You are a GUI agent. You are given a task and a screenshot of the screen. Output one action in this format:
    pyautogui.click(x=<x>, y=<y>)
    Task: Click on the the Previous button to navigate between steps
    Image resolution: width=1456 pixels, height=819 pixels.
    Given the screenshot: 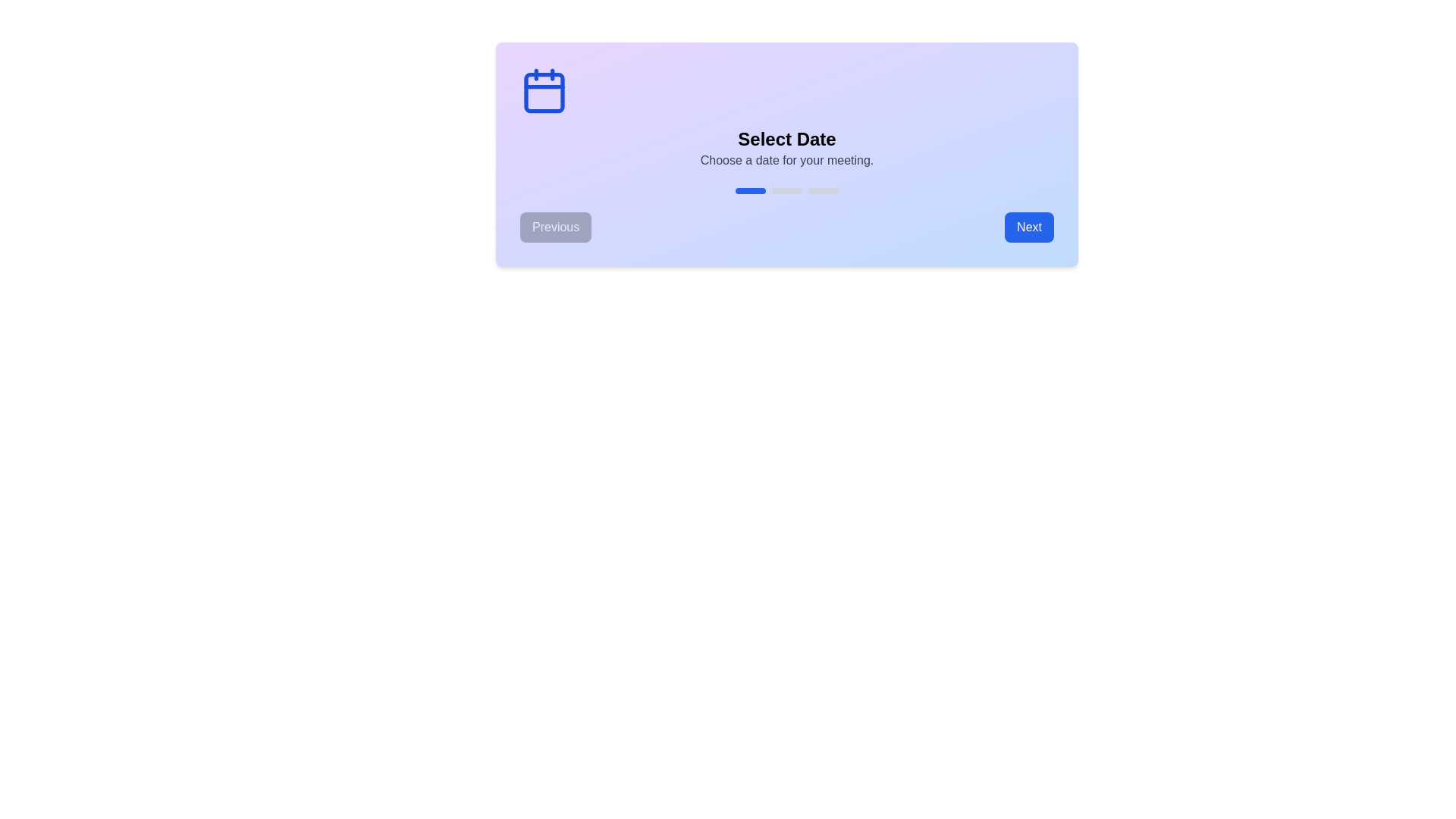 What is the action you would take?
    pyautogui.click(x=555, y=227)
    